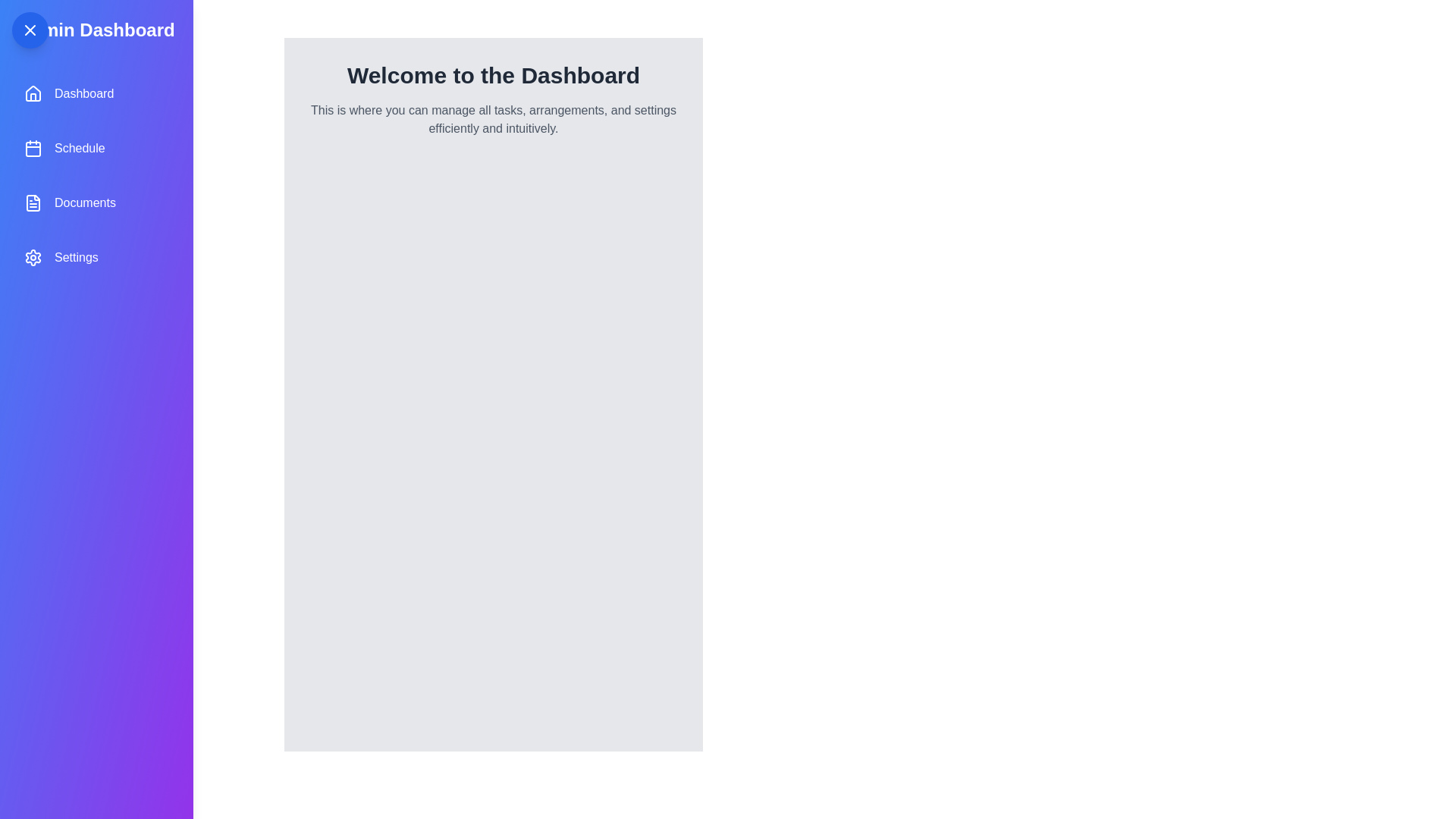 This screenshot has height=819, width=1456. I want to click on the sidebar menu item labeled Dashboard, so click(95, 93).